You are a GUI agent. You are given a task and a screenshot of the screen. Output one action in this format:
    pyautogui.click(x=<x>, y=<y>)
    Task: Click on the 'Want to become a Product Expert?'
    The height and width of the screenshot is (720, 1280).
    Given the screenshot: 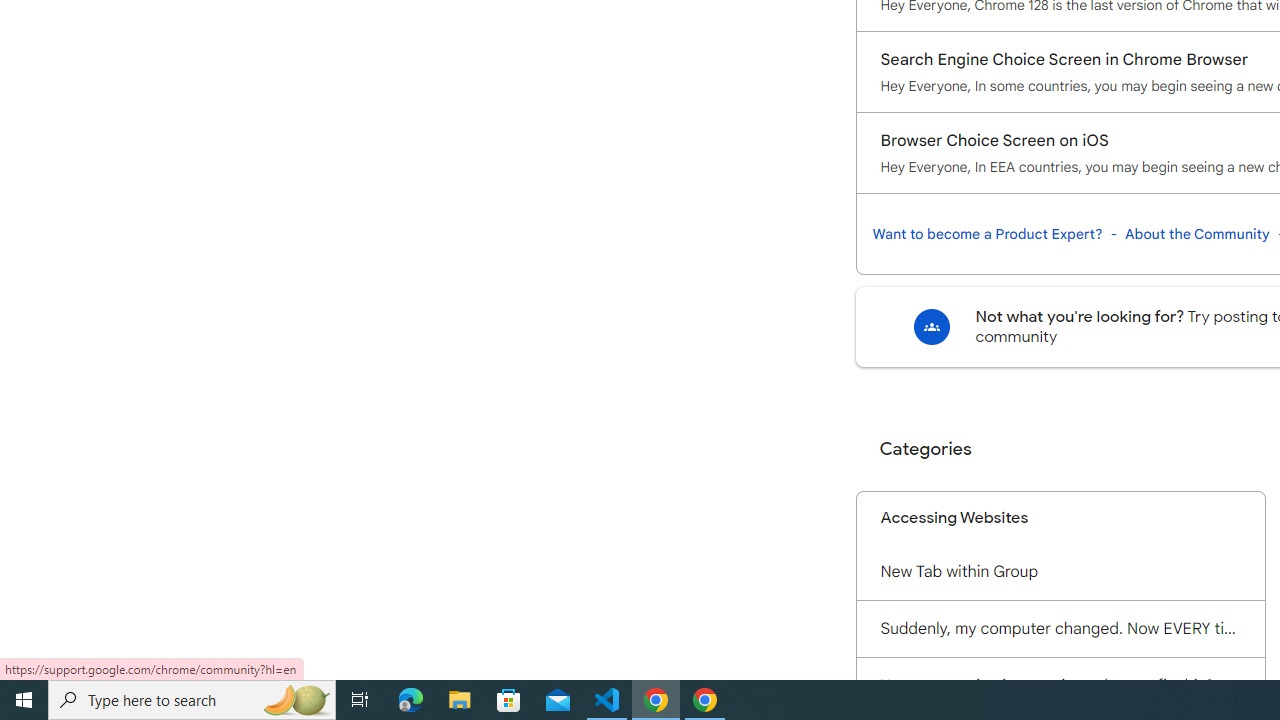 What is the action you would take?
    pyautogui.click(x=987, y=233)
    